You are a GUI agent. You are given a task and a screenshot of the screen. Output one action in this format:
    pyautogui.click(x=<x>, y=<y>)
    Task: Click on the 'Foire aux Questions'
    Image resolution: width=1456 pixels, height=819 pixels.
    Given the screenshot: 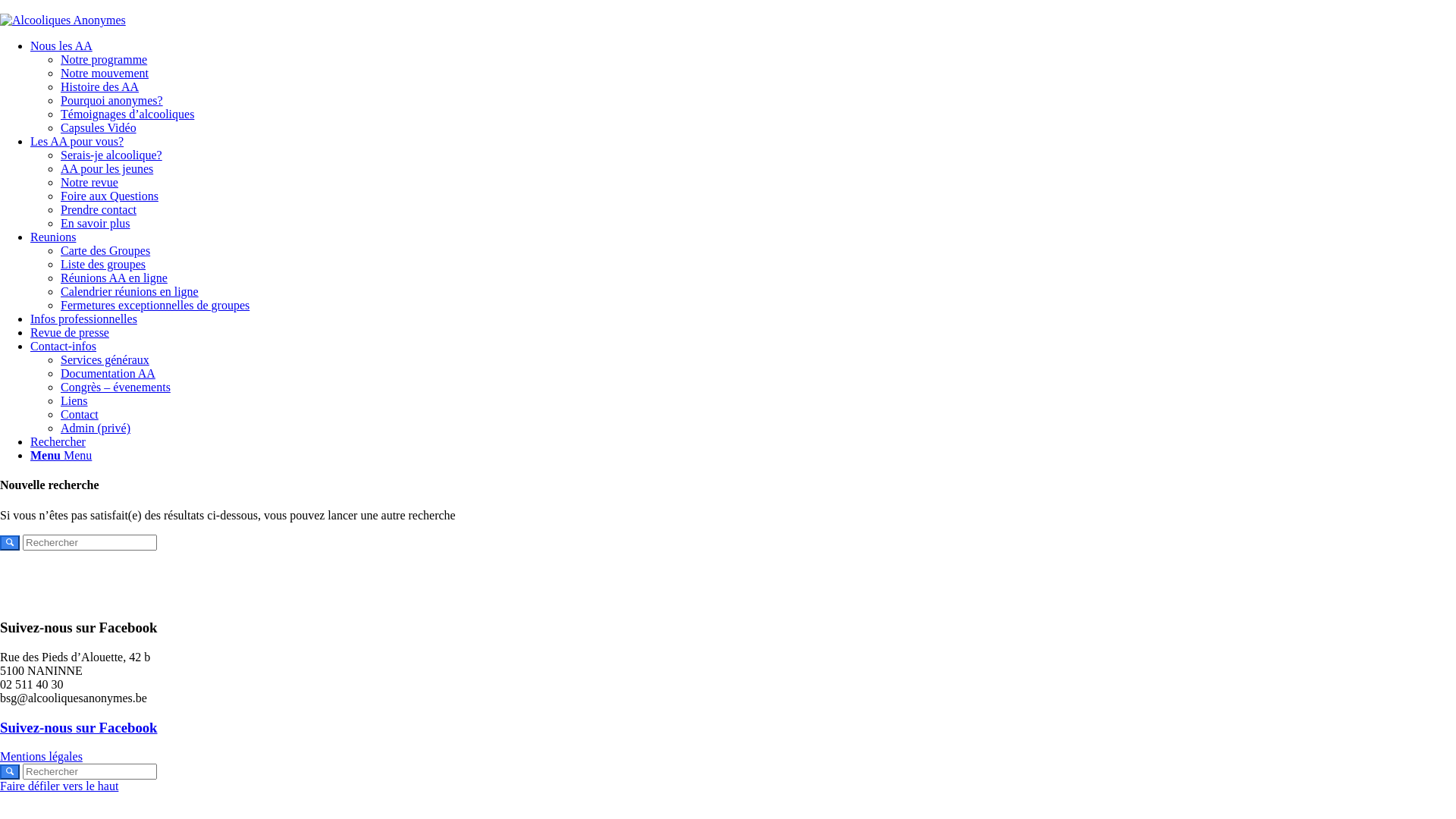 What is the action you would take?
    pyautogui.click(x=108, y=195)
    